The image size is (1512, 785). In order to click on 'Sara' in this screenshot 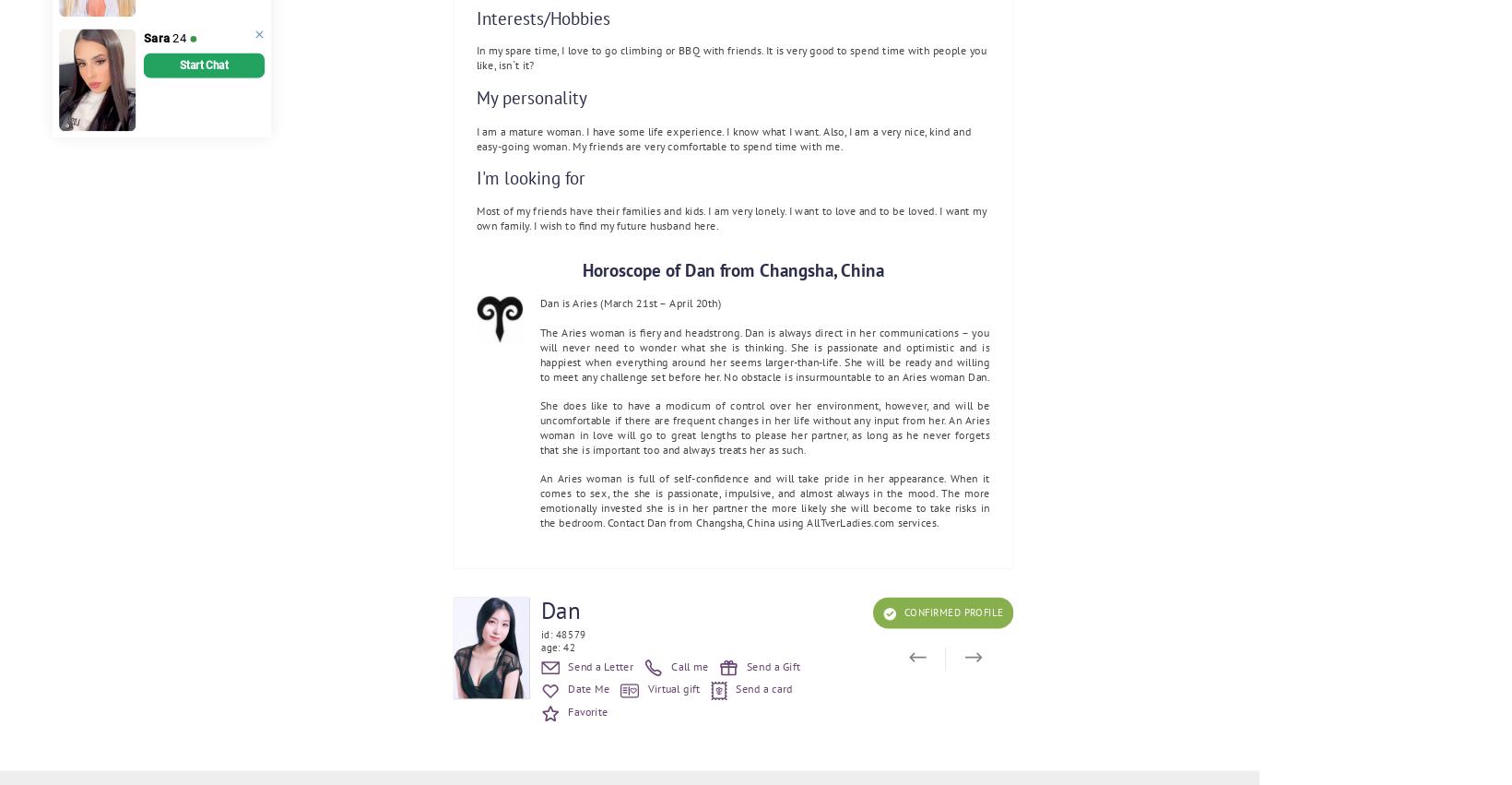, I will do `click(156, 38)`.